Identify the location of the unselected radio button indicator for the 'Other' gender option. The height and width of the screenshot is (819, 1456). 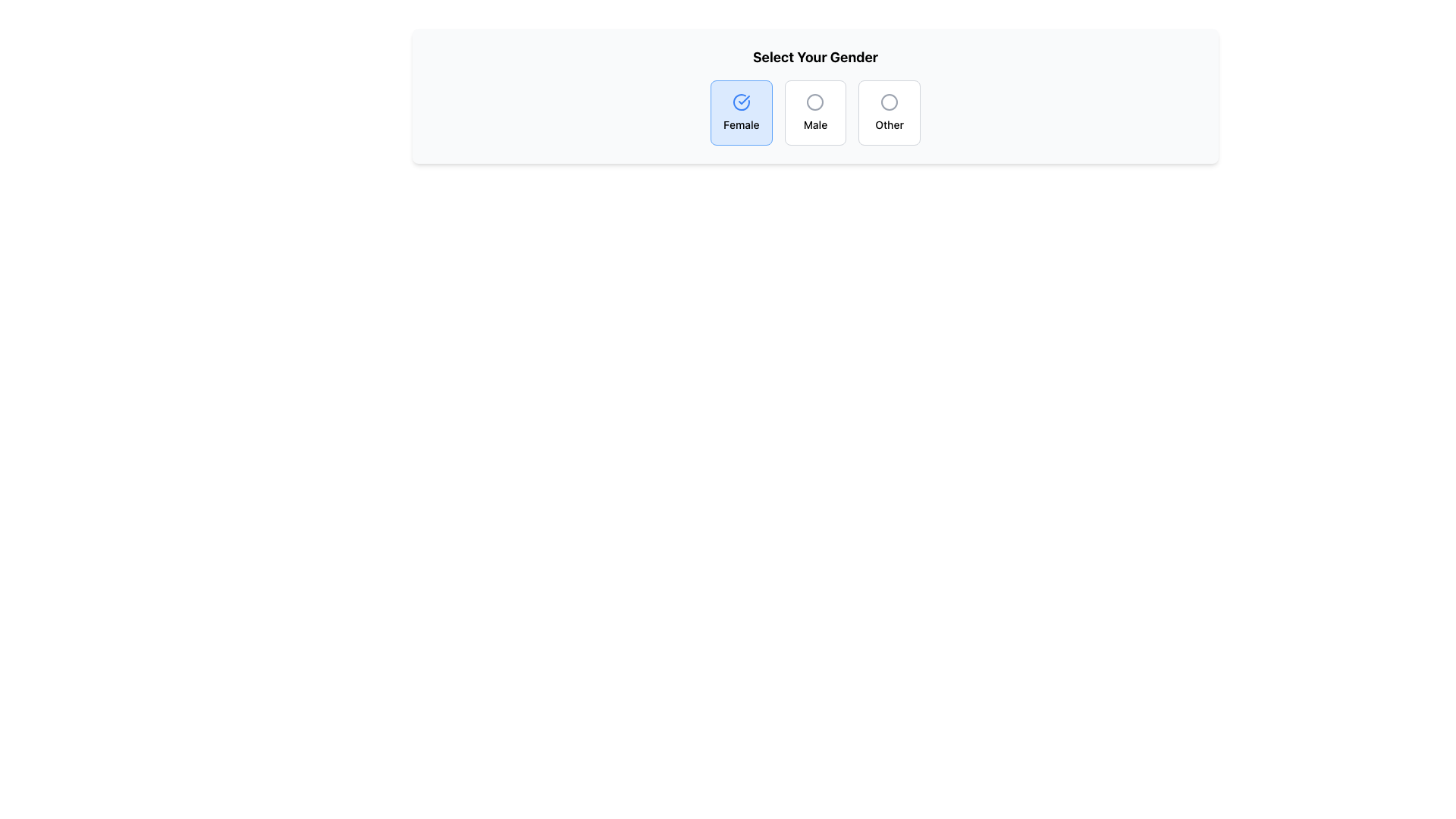
(890, 102).